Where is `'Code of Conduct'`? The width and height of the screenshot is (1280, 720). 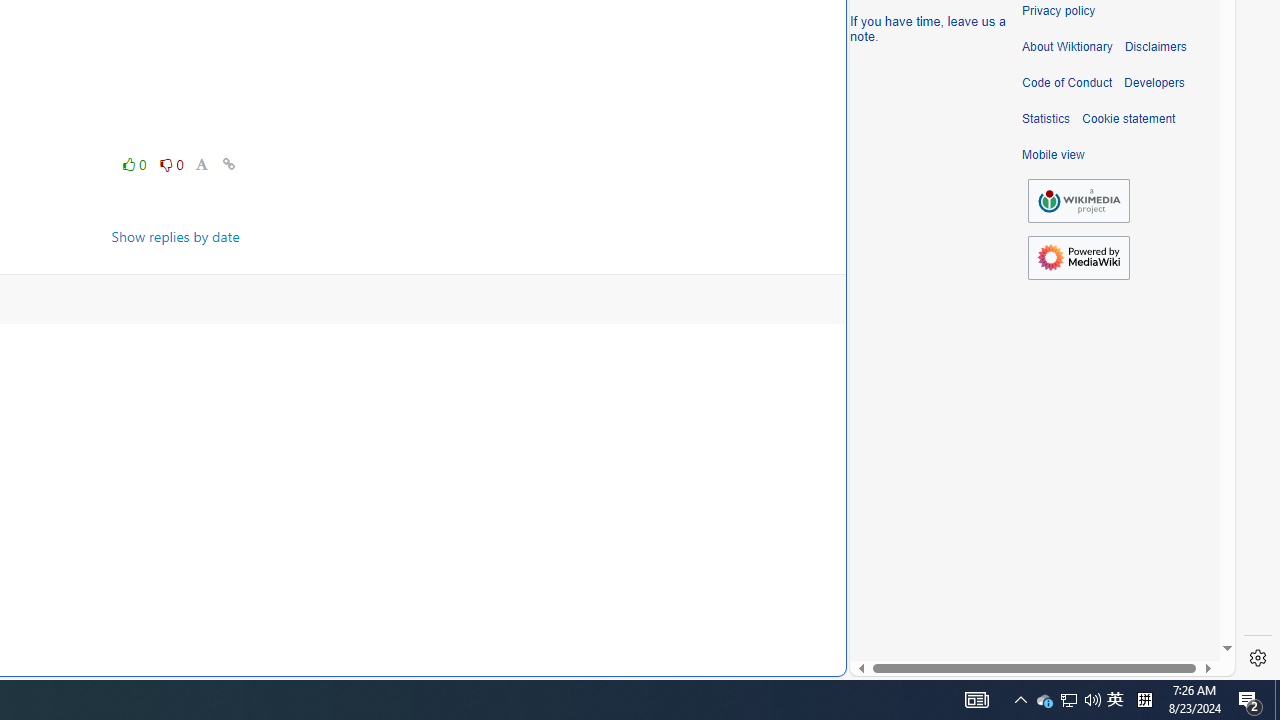
'Code of Conduct' is located at coordinates (1066, 82).